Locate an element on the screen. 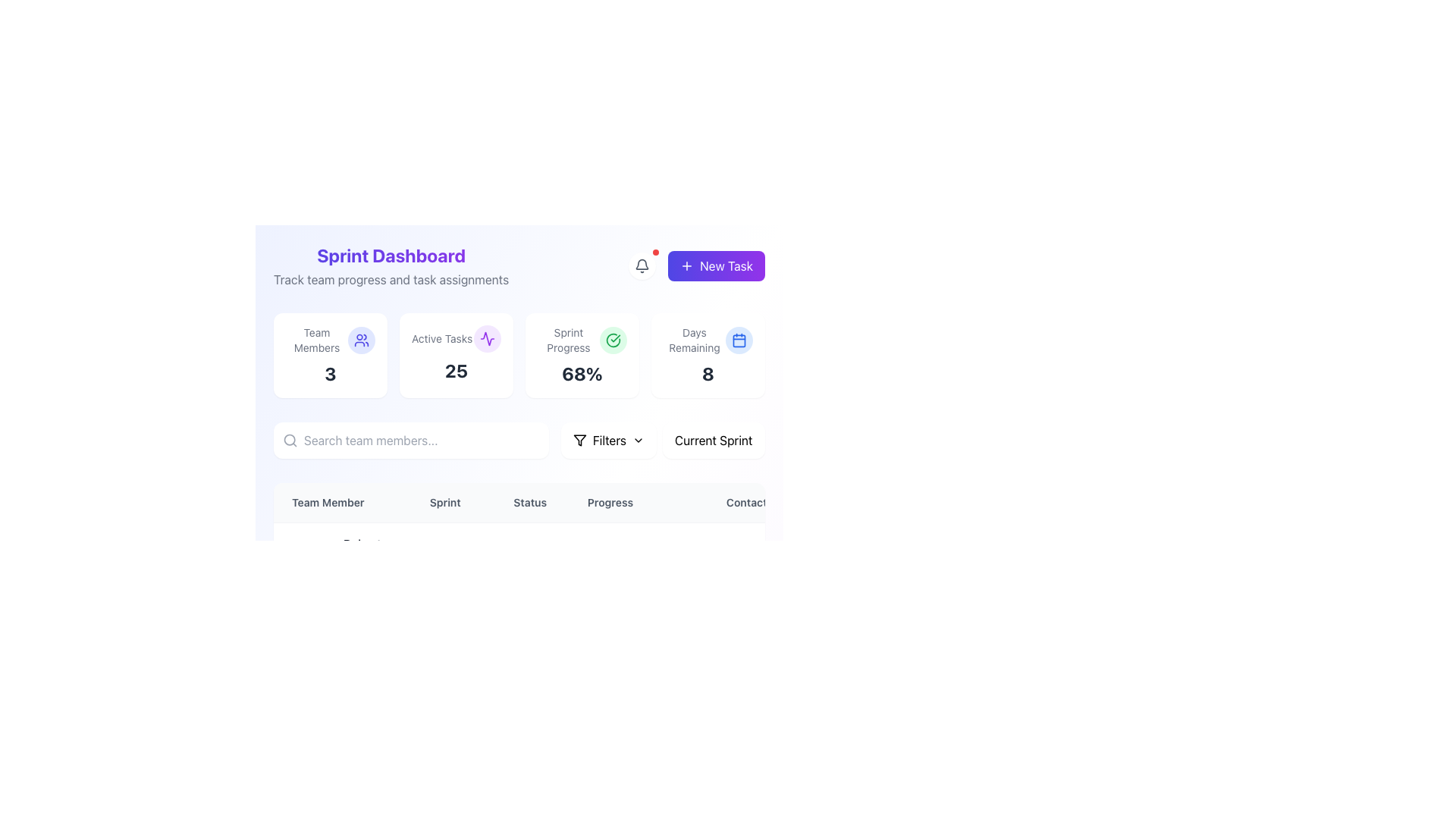  the icon located in the top-right corner of the 'Days Remaining' section in the Sprint Dashboard interface, which visually represents the 'Days Remaining' statistic is located at coordinates (739, 339).